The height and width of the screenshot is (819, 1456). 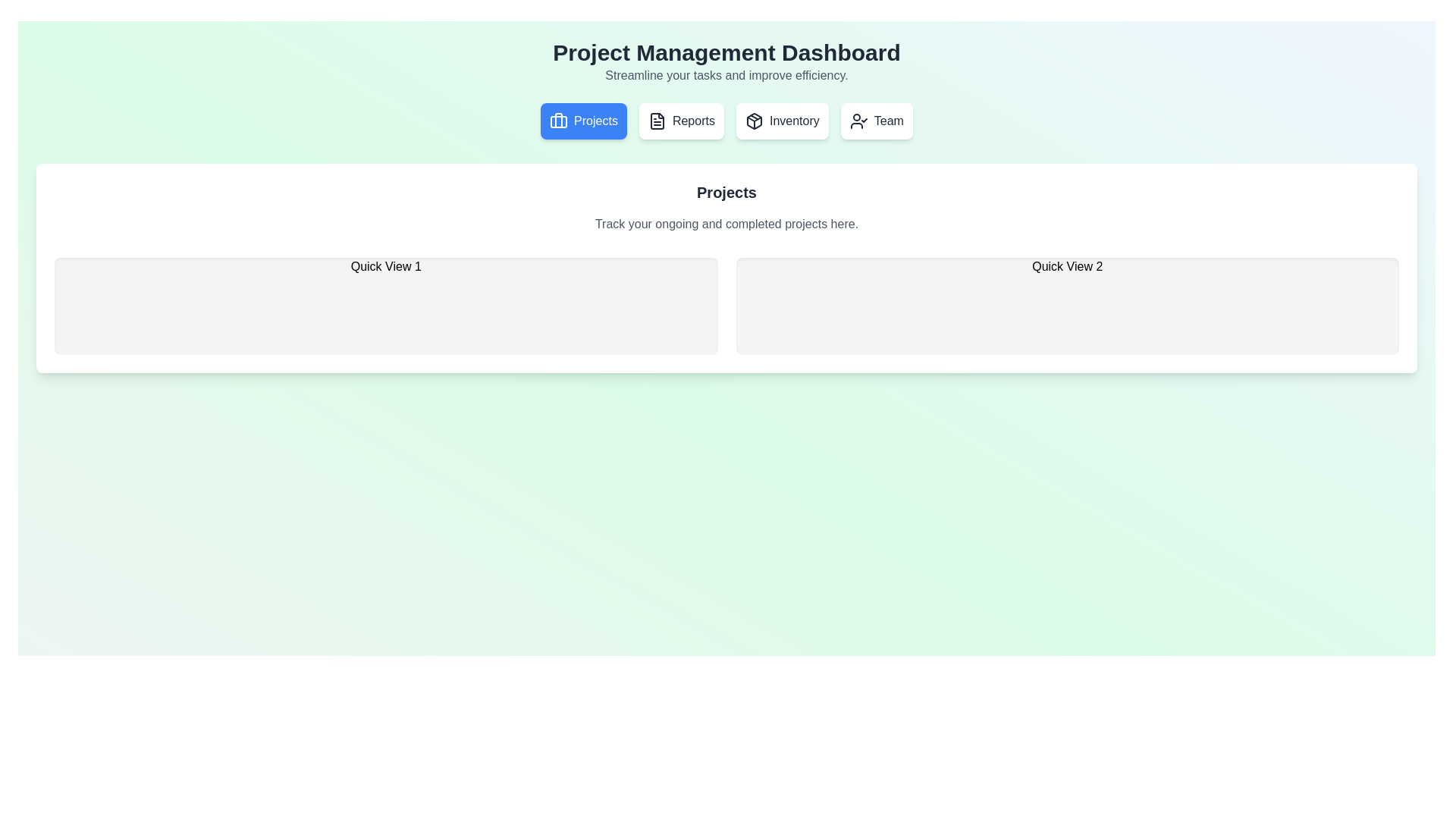 I want to click on the text label that provides a supporting descriptive subtitle for the 'Project Management Dashboard' heading, positioned directly below it, so click(x=726, y=76).